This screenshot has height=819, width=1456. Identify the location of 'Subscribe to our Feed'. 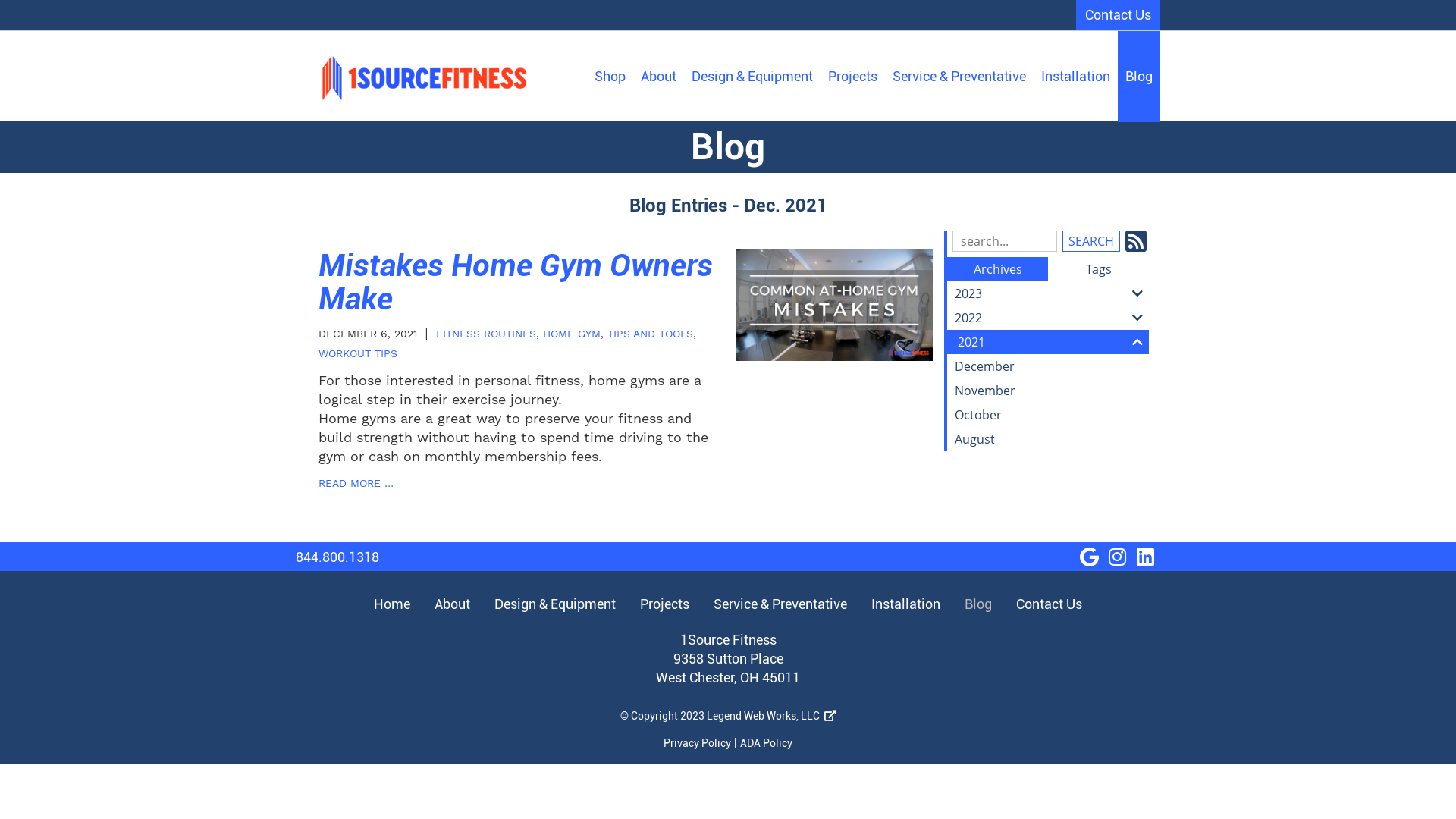
(1135, 240).